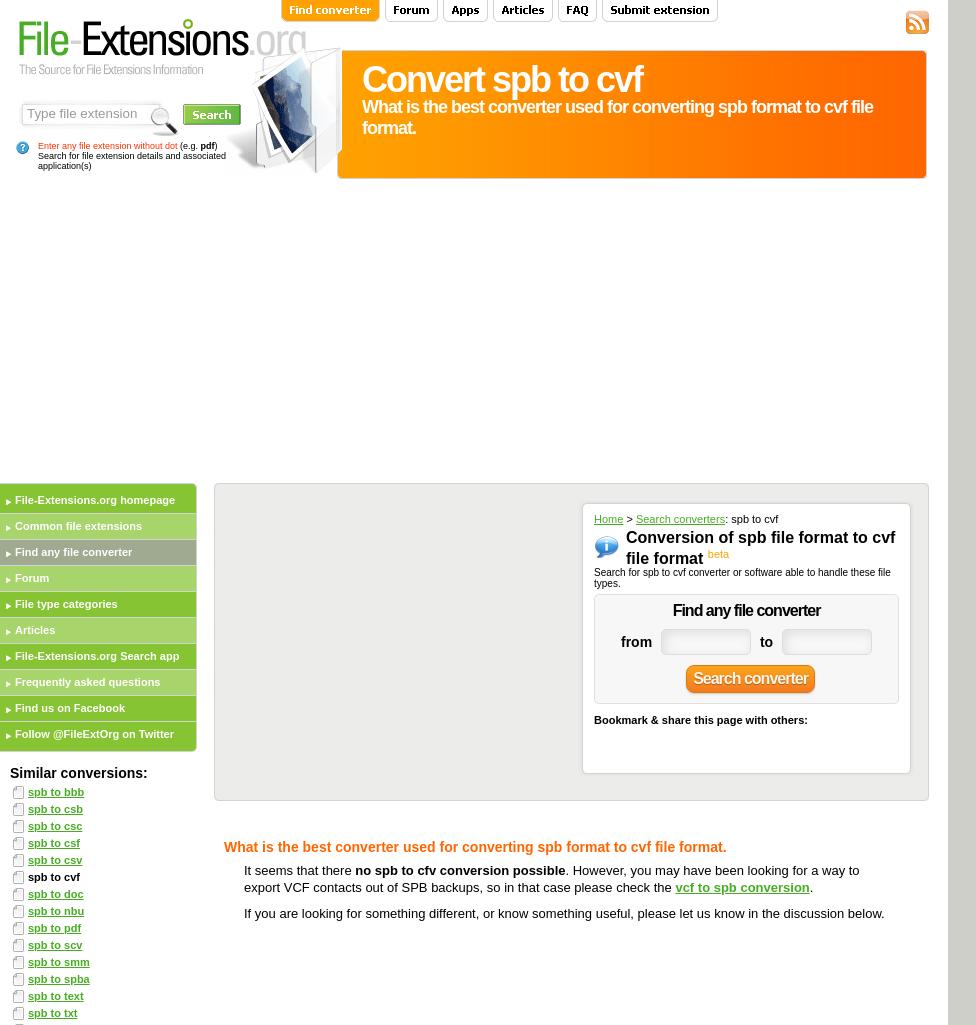  I want to click on 'vcf to spb conversion', so click(741, 885).